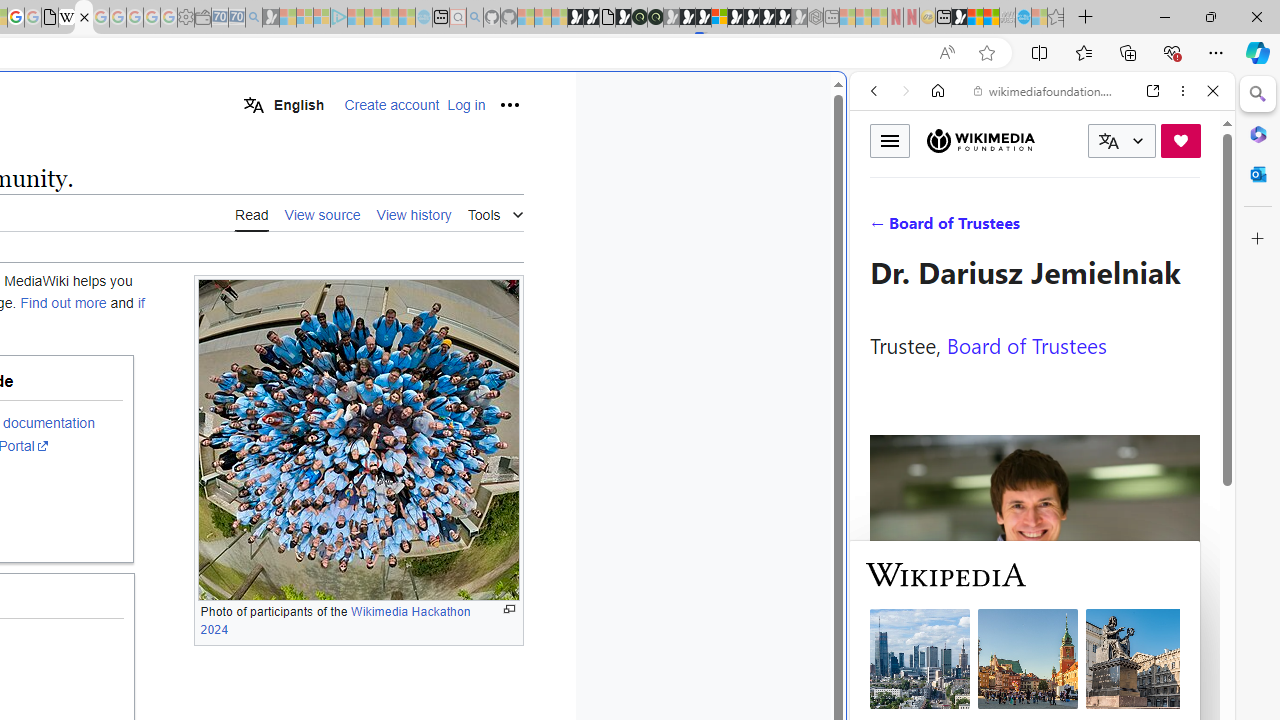 The height and width of the screenshot is (720, 1280). What do you see at coordinates (844, 102) in the screenshot?
I see `'Close split screen'` at bounding box center [844, 102].